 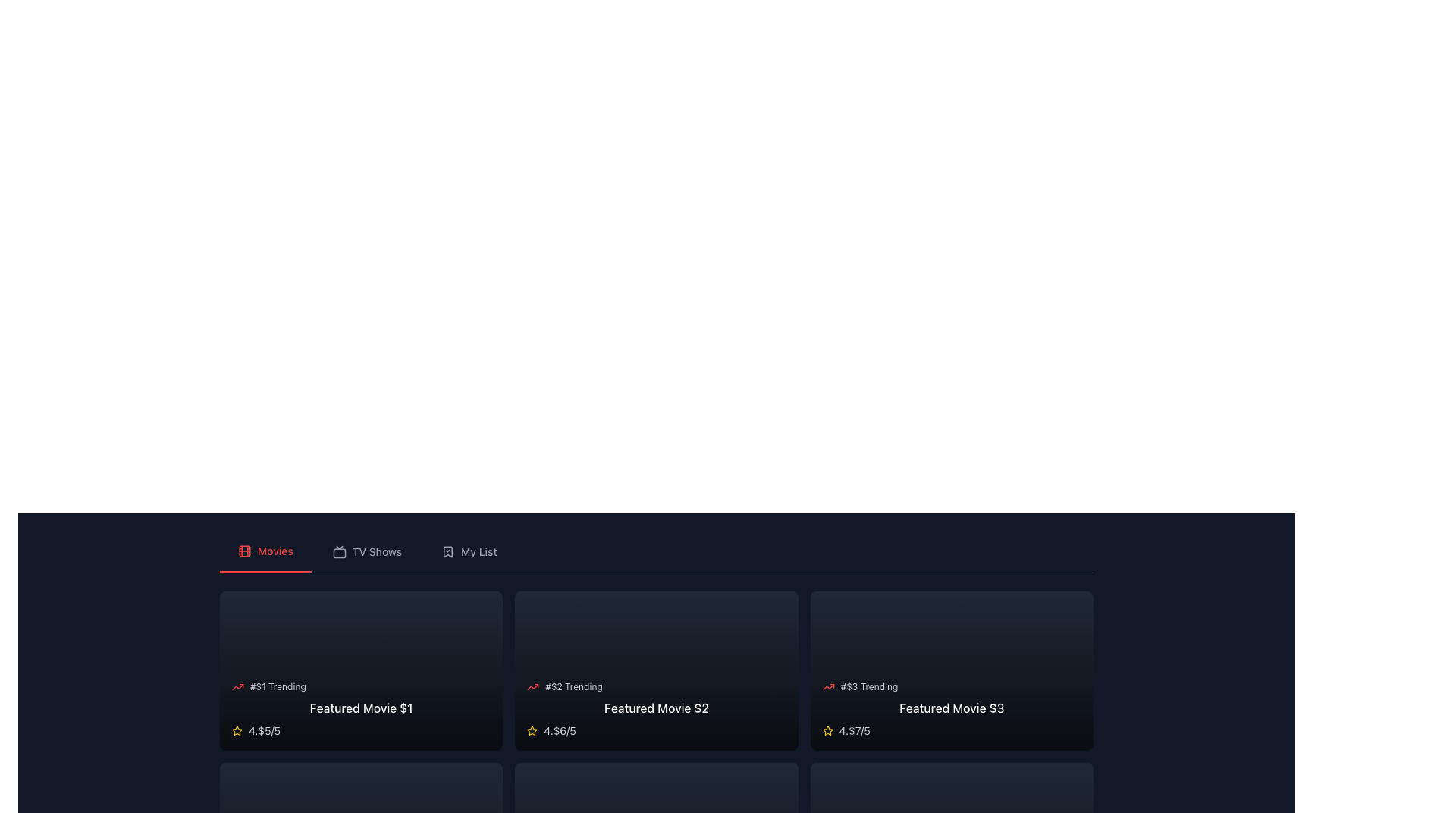 What do you see at coordinates (265, 730) in the screenshot?
I see `the text label displaying the rating value '4.$5/5' in light gray color, located within the first movie card labeled 'Featured Movie $1', immediately to the right of the yellow star icon` at bounding box center [265, 730].